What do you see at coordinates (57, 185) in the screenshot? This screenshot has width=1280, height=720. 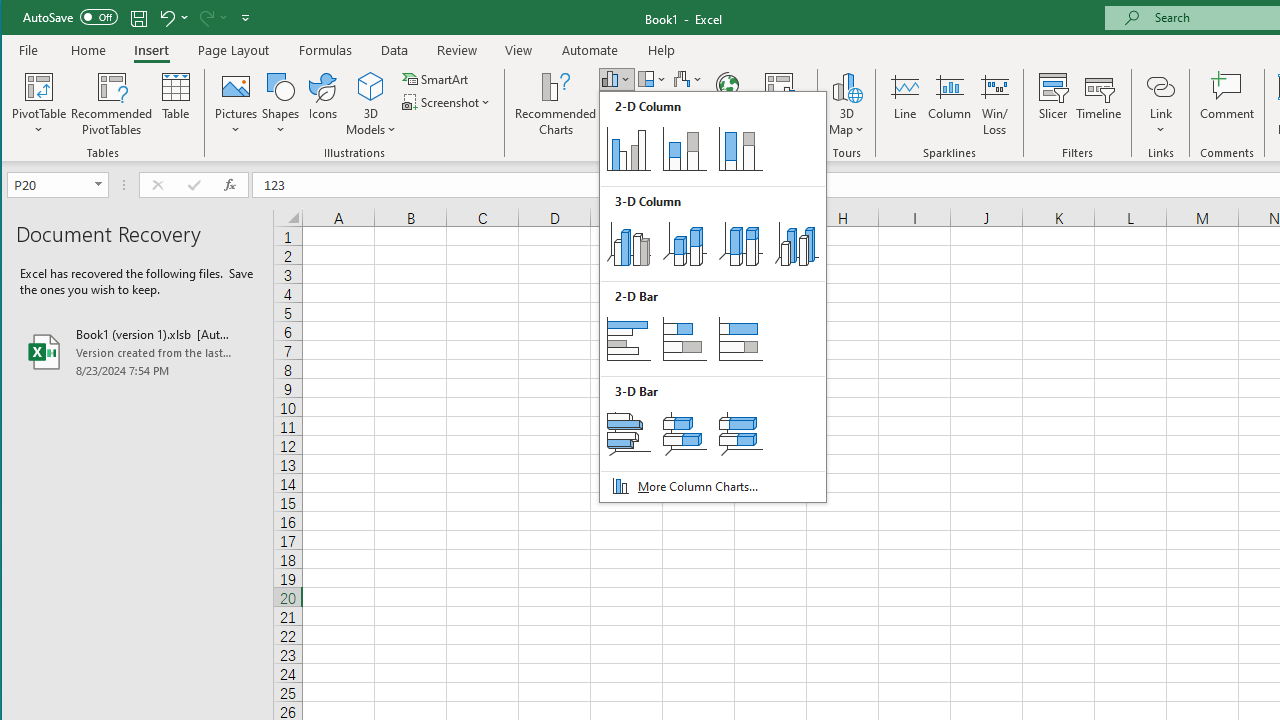 I see `'Name Box'` at bounding box center [57, 185].